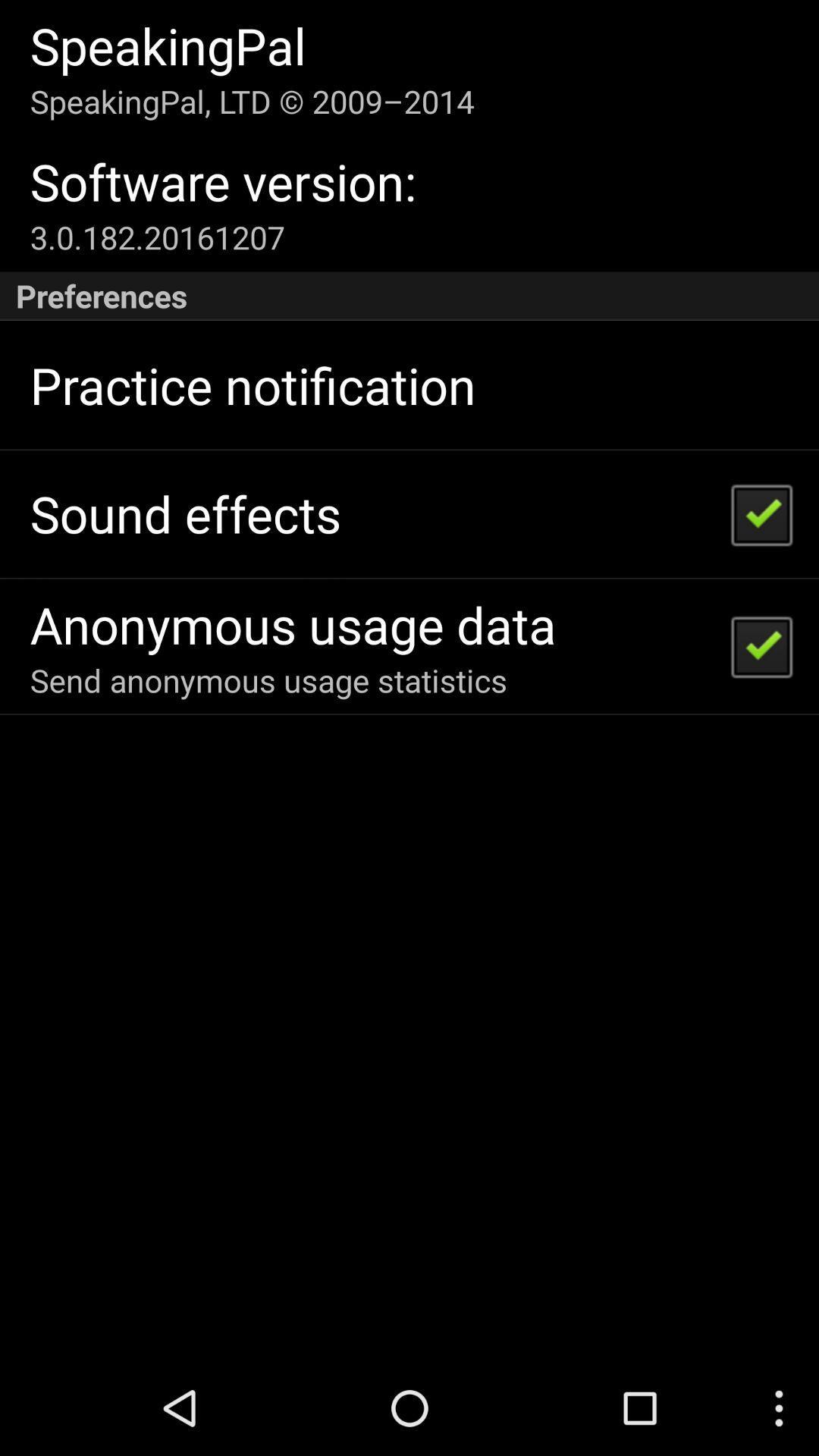 Image resolution: width=819 pixels, height=1456 pixels. What do you see at coordinates (252, 385) in the screenshot?
I see `item below the preferences` at bounding box center [252, 385].